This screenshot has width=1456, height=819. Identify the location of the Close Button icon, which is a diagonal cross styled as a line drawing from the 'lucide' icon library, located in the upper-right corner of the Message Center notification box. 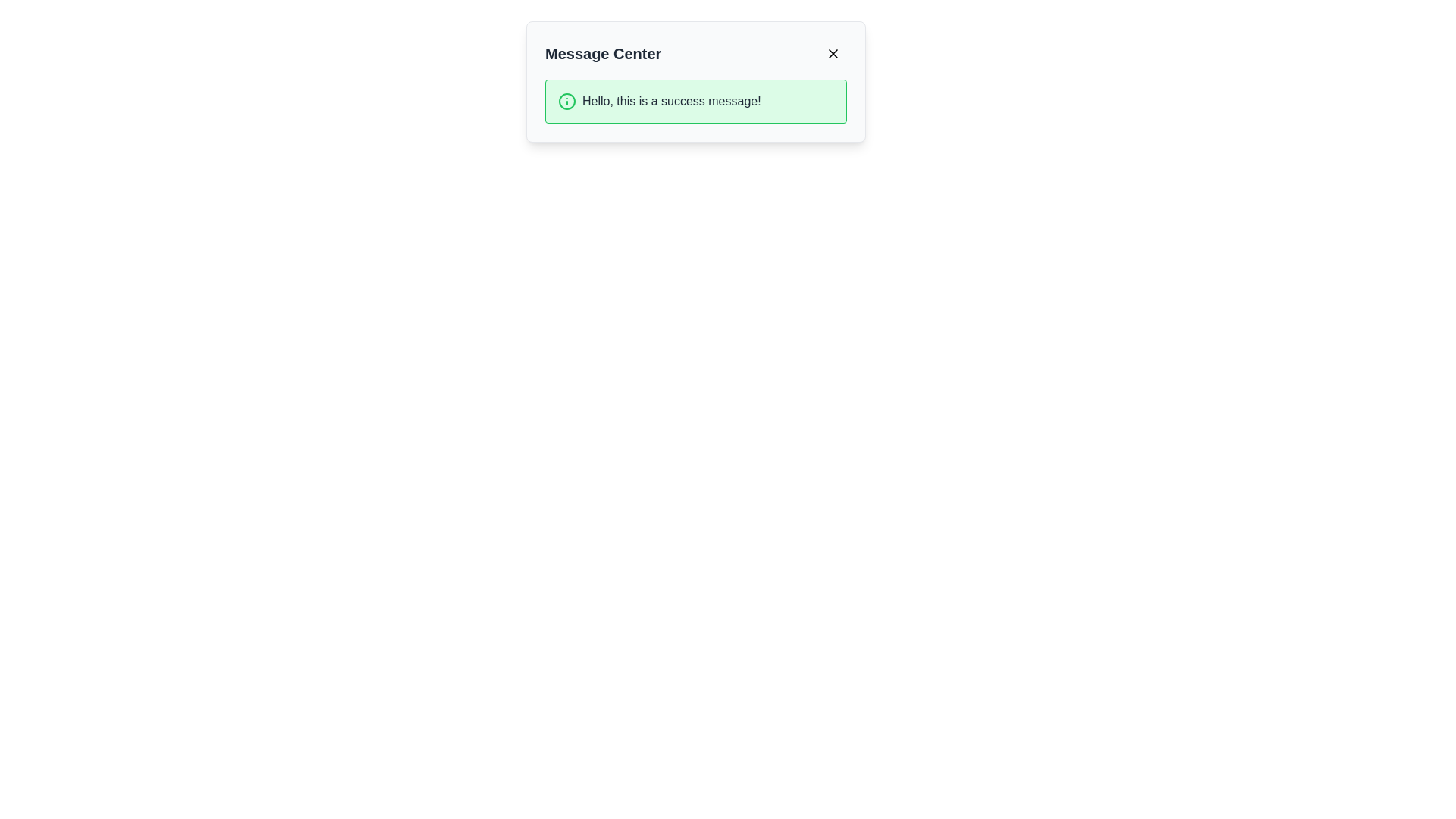
(833, 52).